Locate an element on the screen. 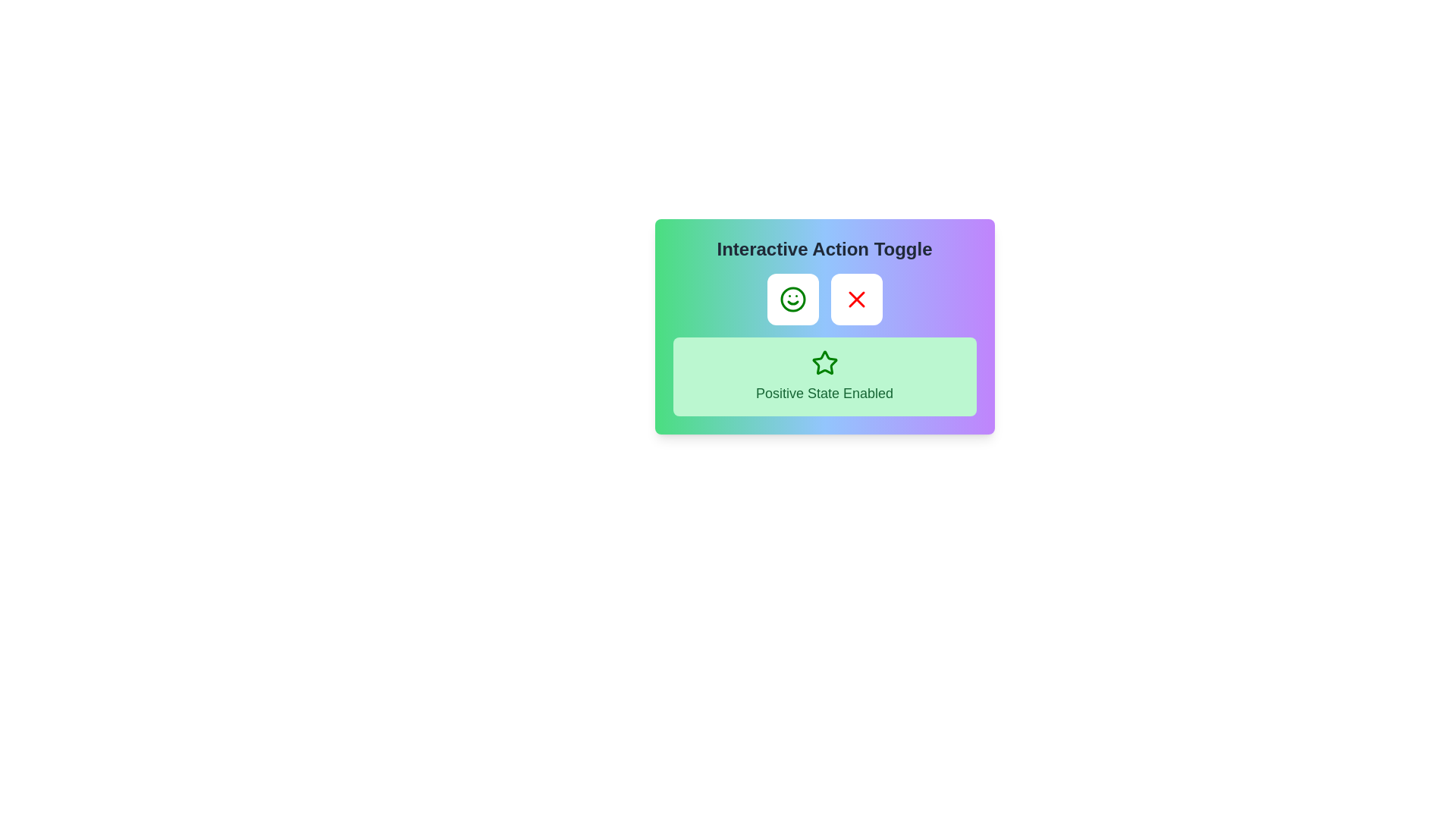  the red 'X' icon, which is located in the top section of a rectangular card, right of the green smiley face icon and above the green star icon is located at coordinates (856, 299).